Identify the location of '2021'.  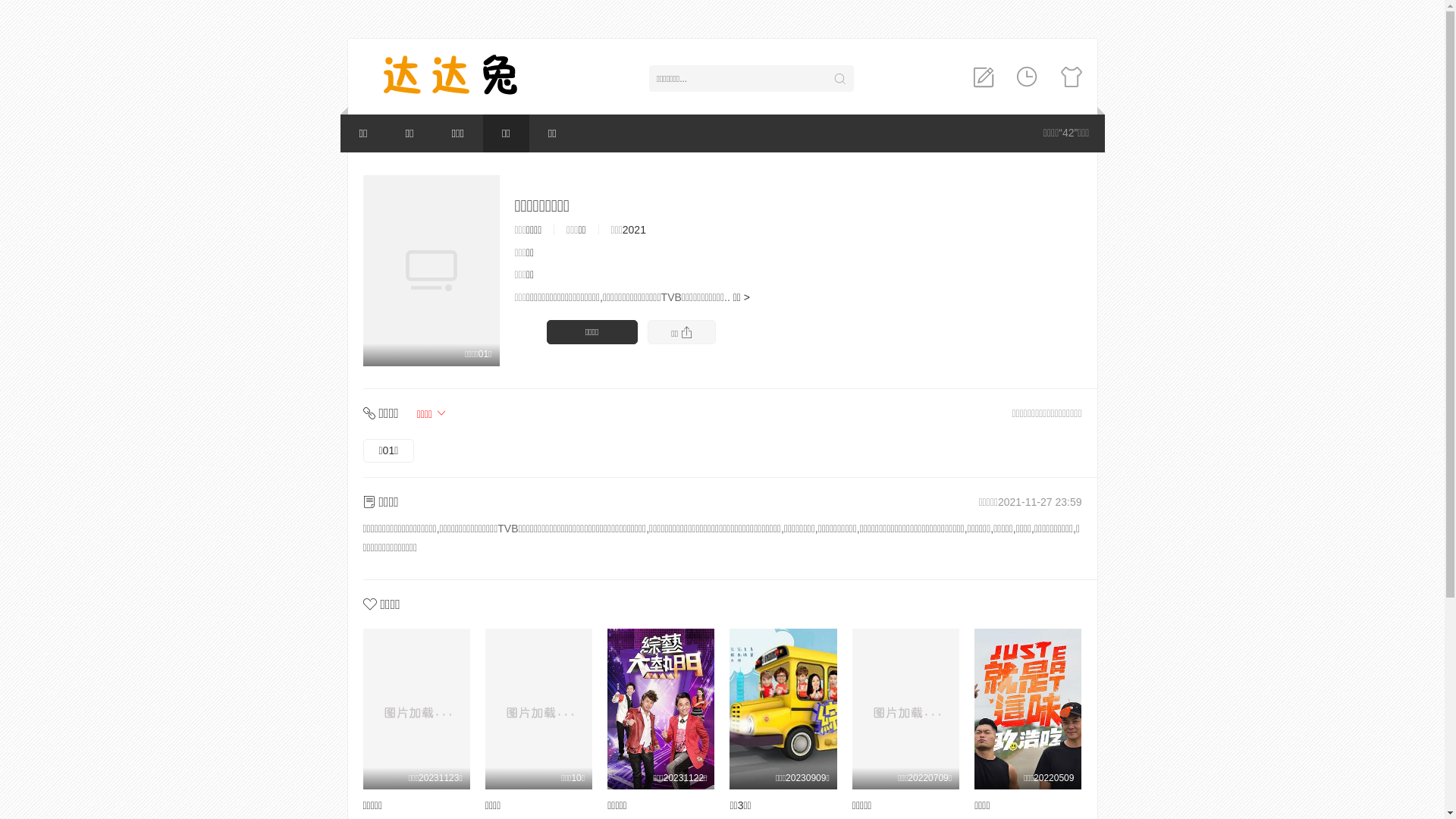
(634, 230).